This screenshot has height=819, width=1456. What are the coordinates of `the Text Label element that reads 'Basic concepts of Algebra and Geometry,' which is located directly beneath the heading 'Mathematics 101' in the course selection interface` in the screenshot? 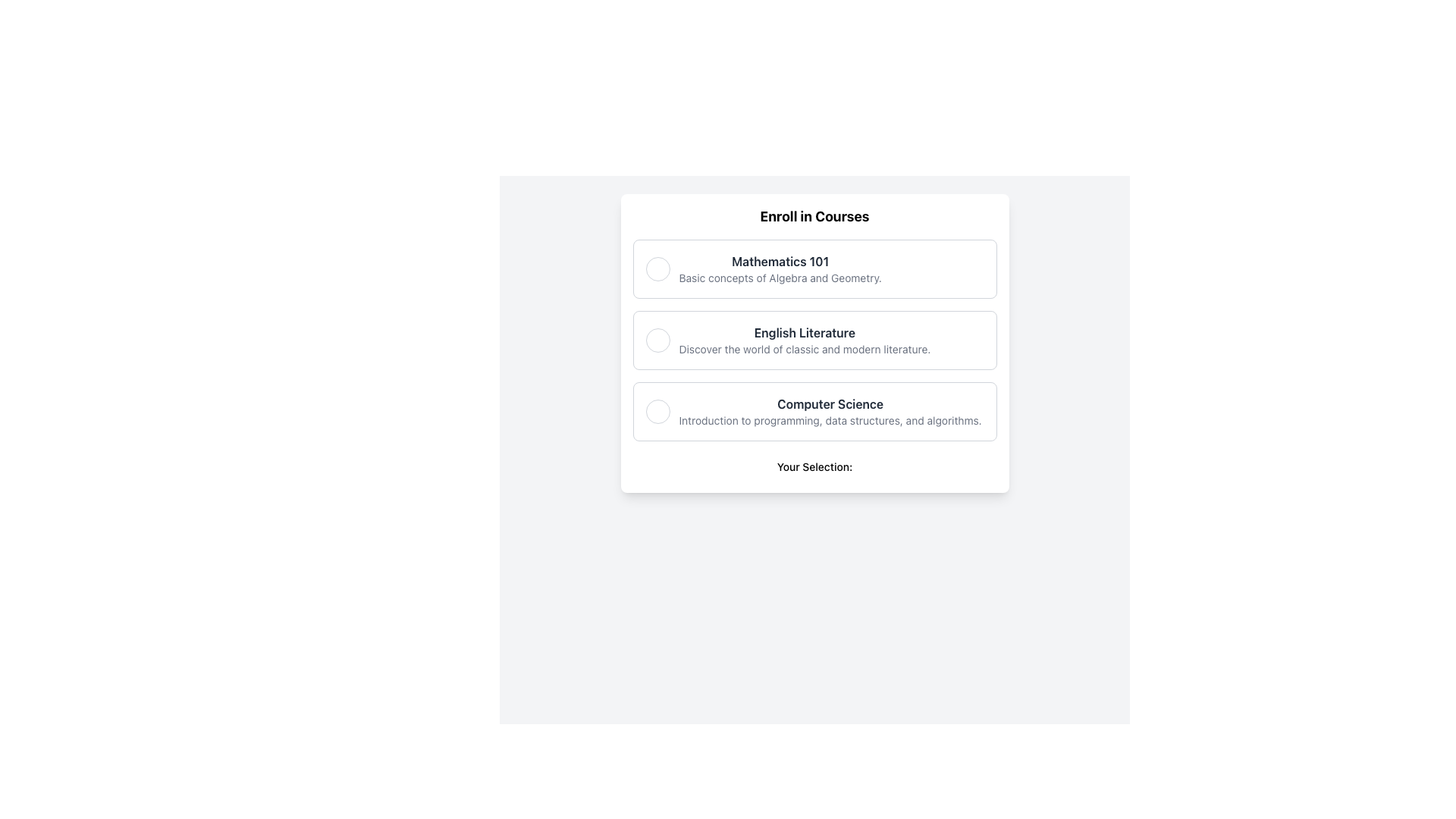 It's located at (780, 278).